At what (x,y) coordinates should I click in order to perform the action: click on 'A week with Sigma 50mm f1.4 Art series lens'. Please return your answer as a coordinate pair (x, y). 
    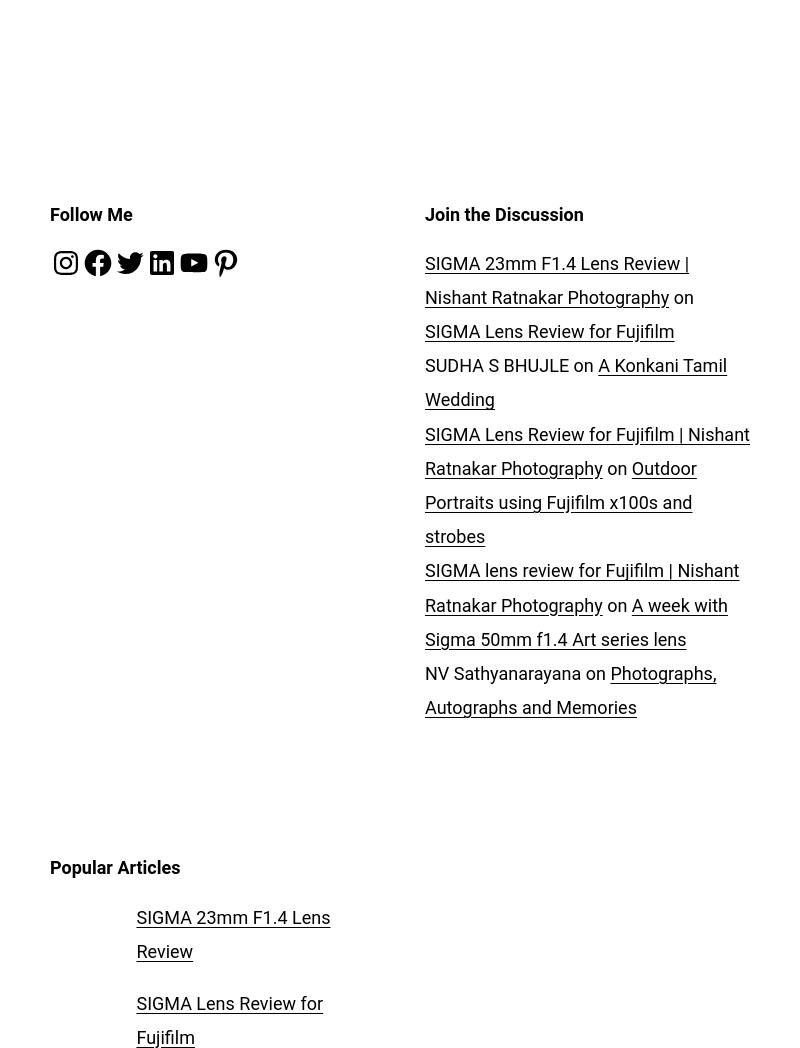
    Looking at the image, I should click on (424, 620).